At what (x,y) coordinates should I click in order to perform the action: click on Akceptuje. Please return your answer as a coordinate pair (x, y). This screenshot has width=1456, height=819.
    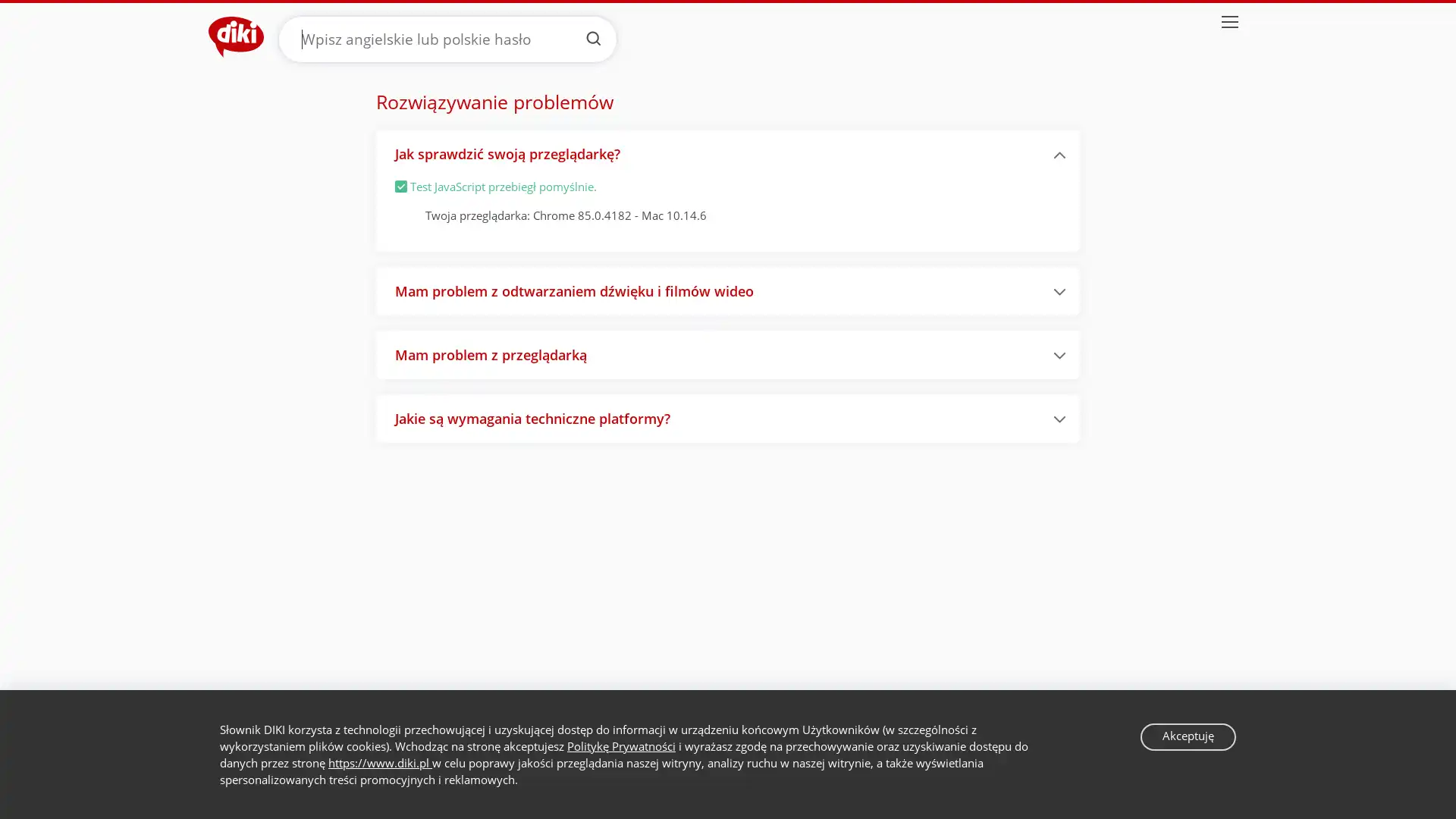
    Looking at the image, I should click on (1187, 736).